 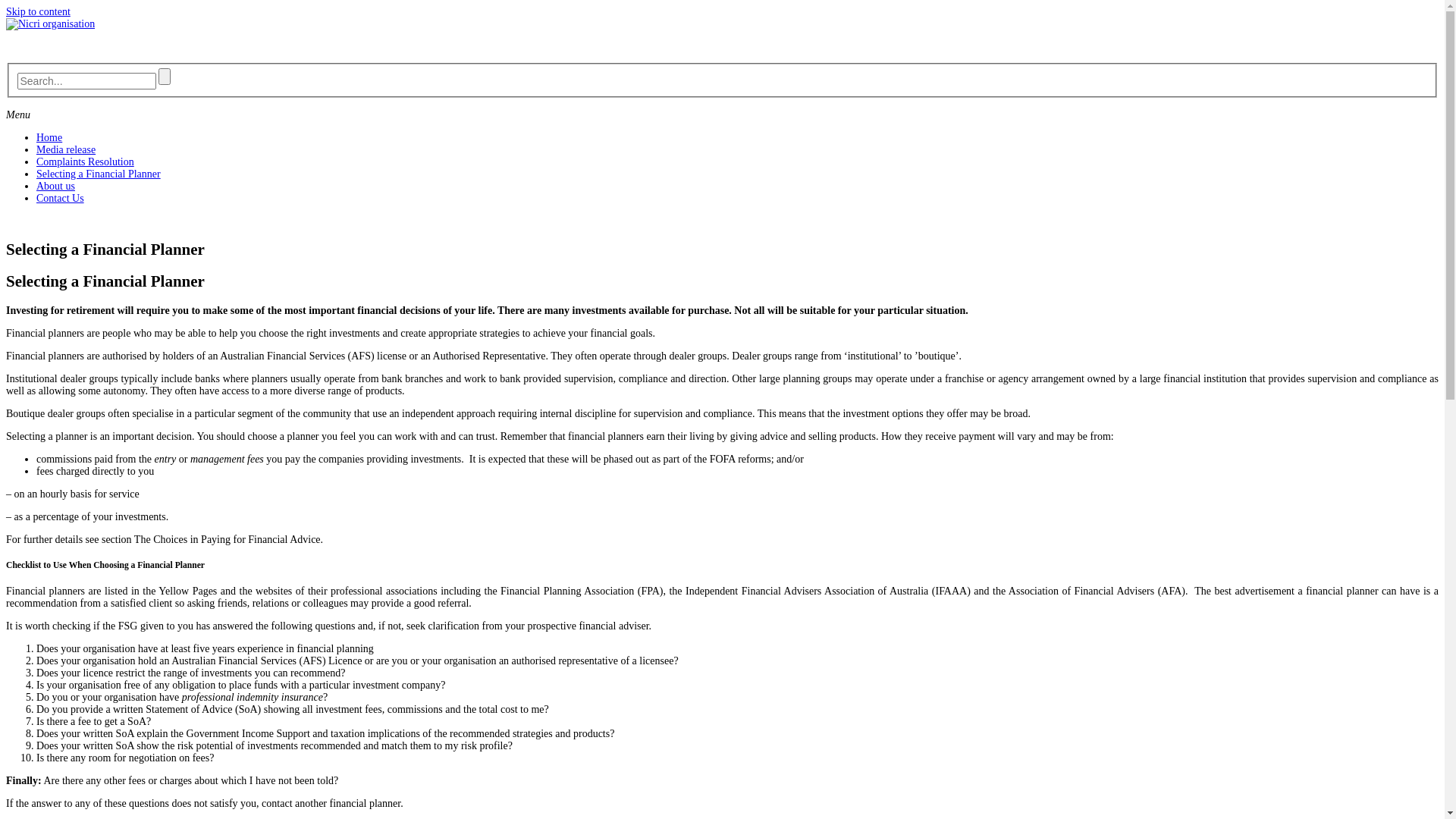 I want to click on 'Home', so click(x=49, y=137).